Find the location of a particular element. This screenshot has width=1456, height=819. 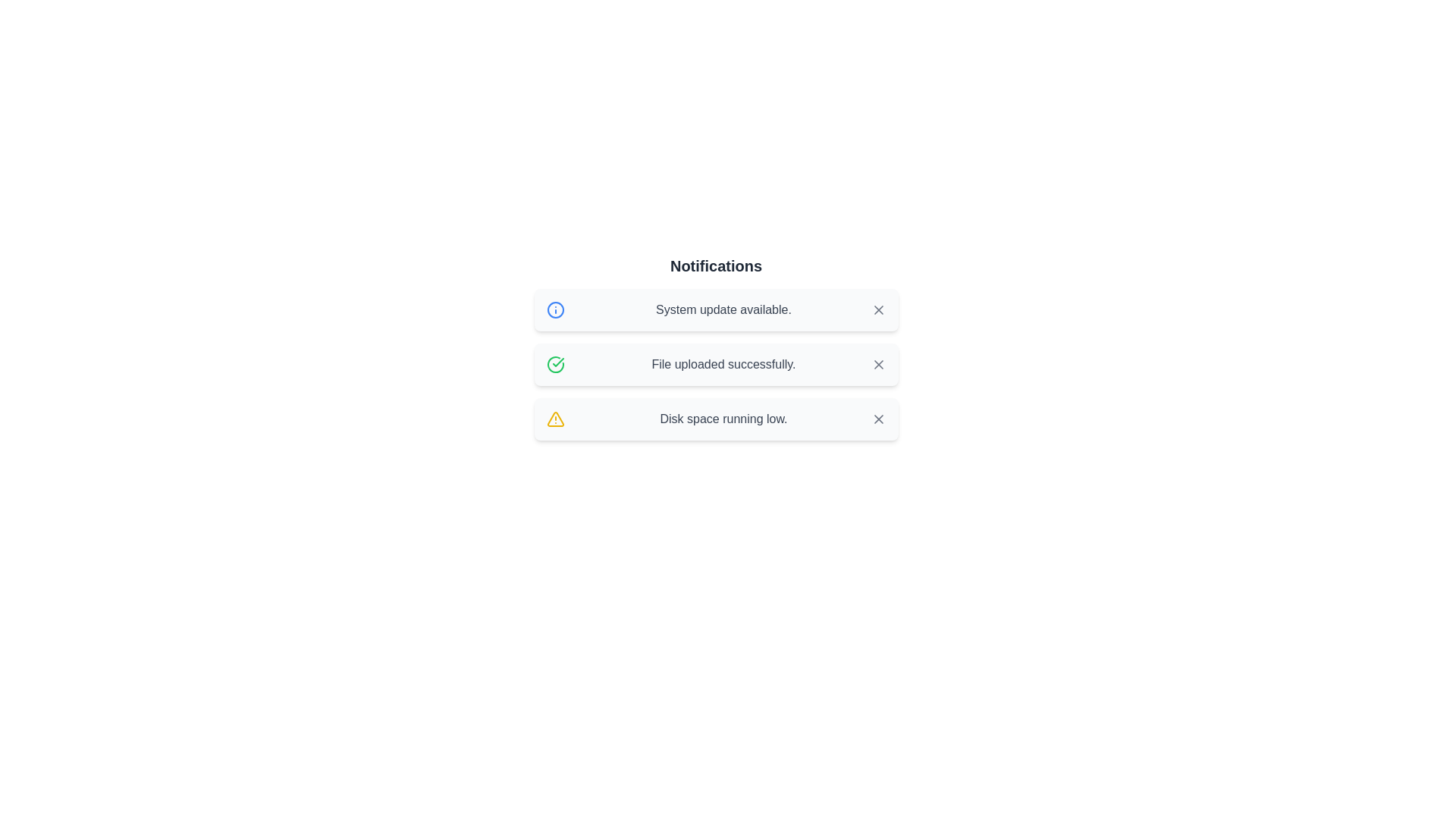

the dismiss icon located at the far-right side of the notification card that indicates 'File uploaded successfully.' is located at coordinates (878, 365).